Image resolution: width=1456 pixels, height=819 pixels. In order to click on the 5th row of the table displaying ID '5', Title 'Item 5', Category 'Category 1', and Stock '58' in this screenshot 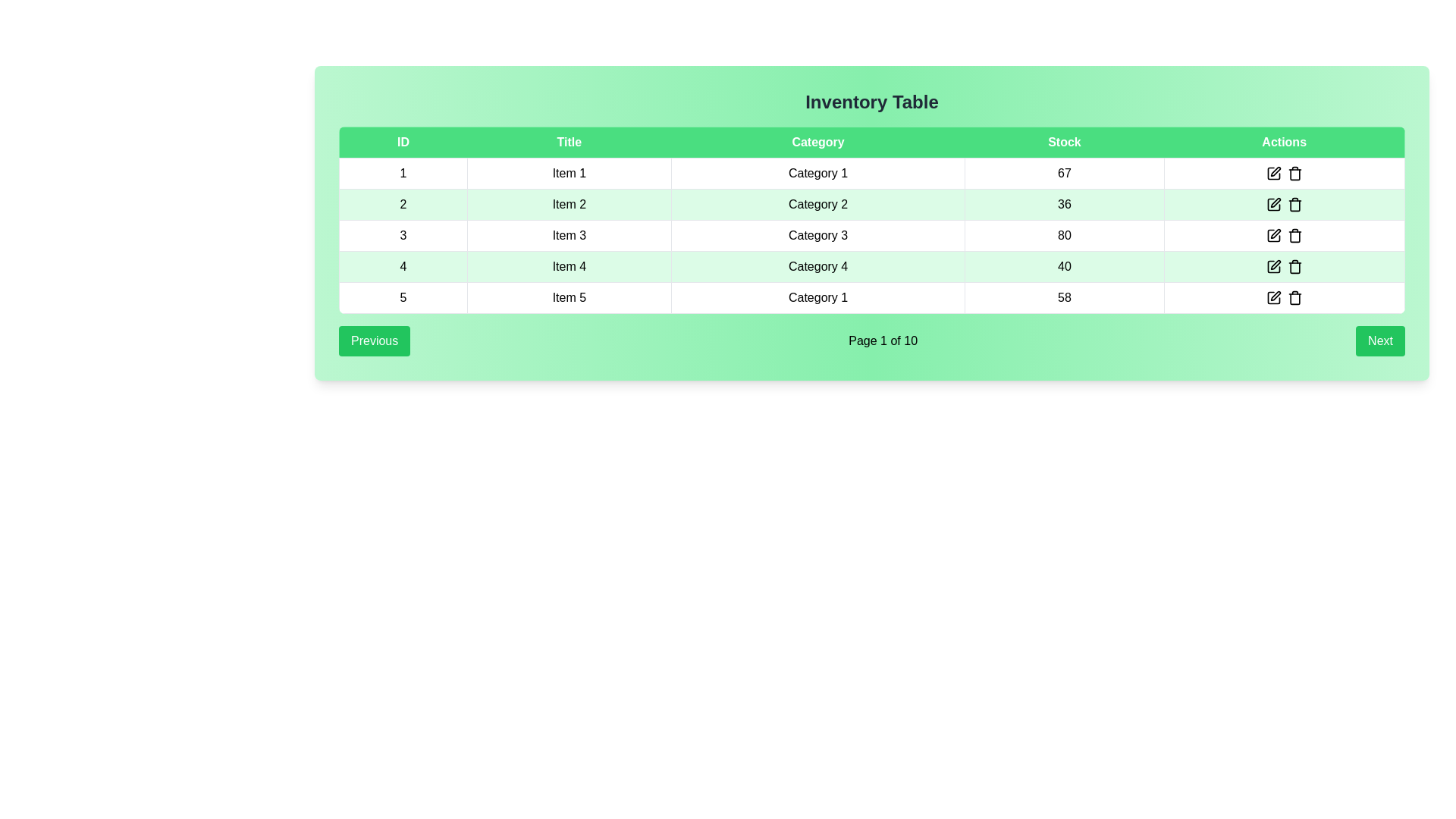, I will do `click(872, 298)`.